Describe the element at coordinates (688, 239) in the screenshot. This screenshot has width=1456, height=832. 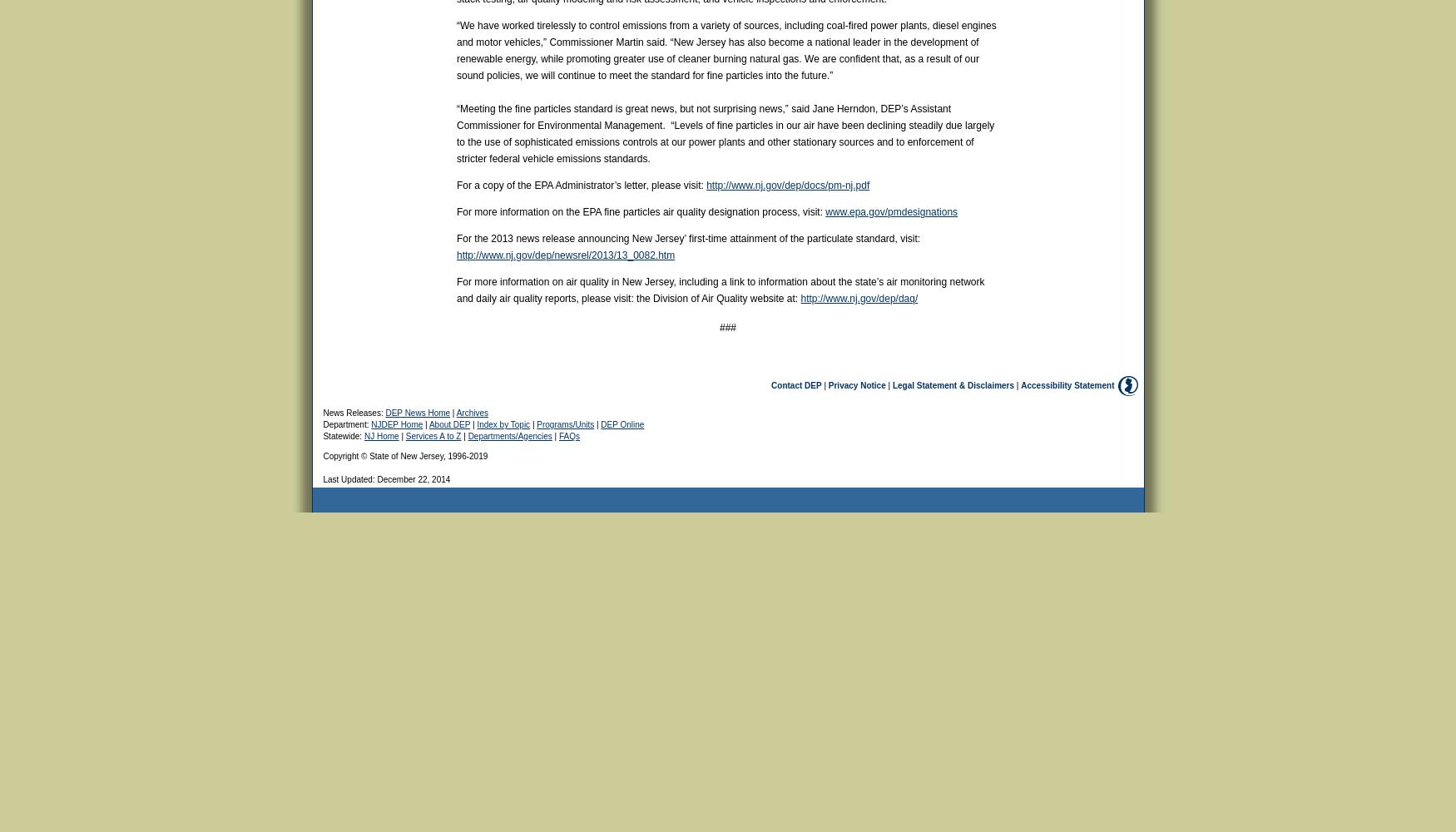
I see `'For the 2013 news release  announcing New Jersey’ first-time attainment of the particulate standard,  visit:'` at that location.